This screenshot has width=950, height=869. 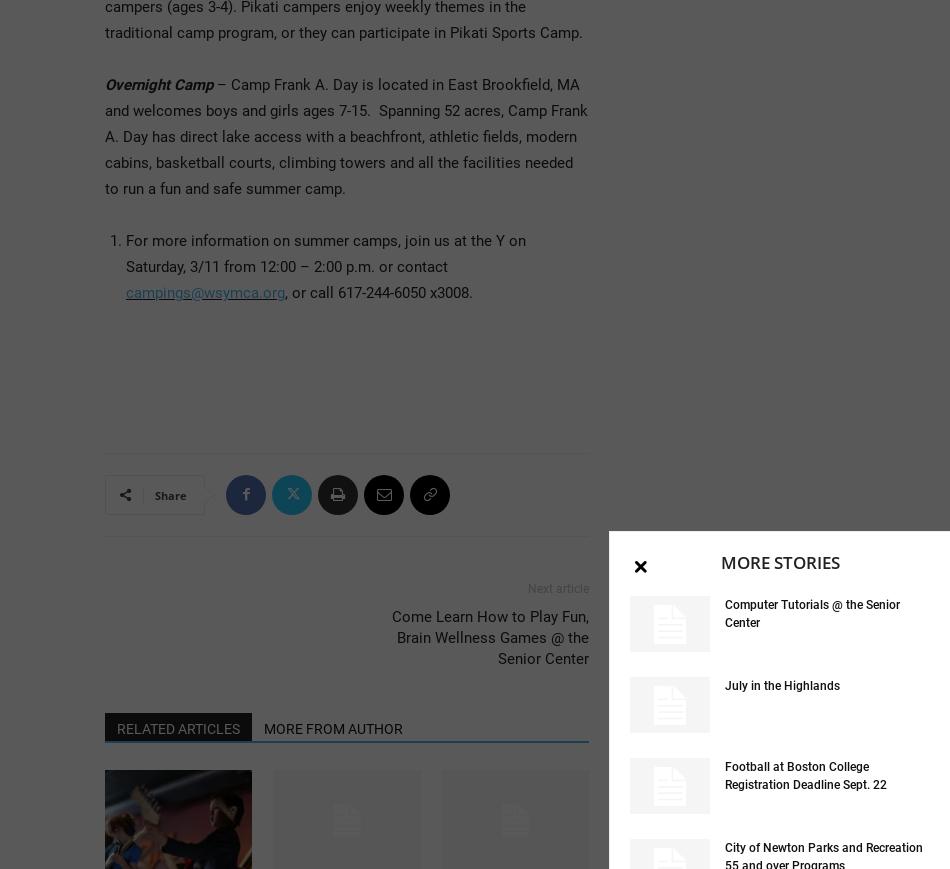 I want to click on 'Share', so click(x=171, y=494).